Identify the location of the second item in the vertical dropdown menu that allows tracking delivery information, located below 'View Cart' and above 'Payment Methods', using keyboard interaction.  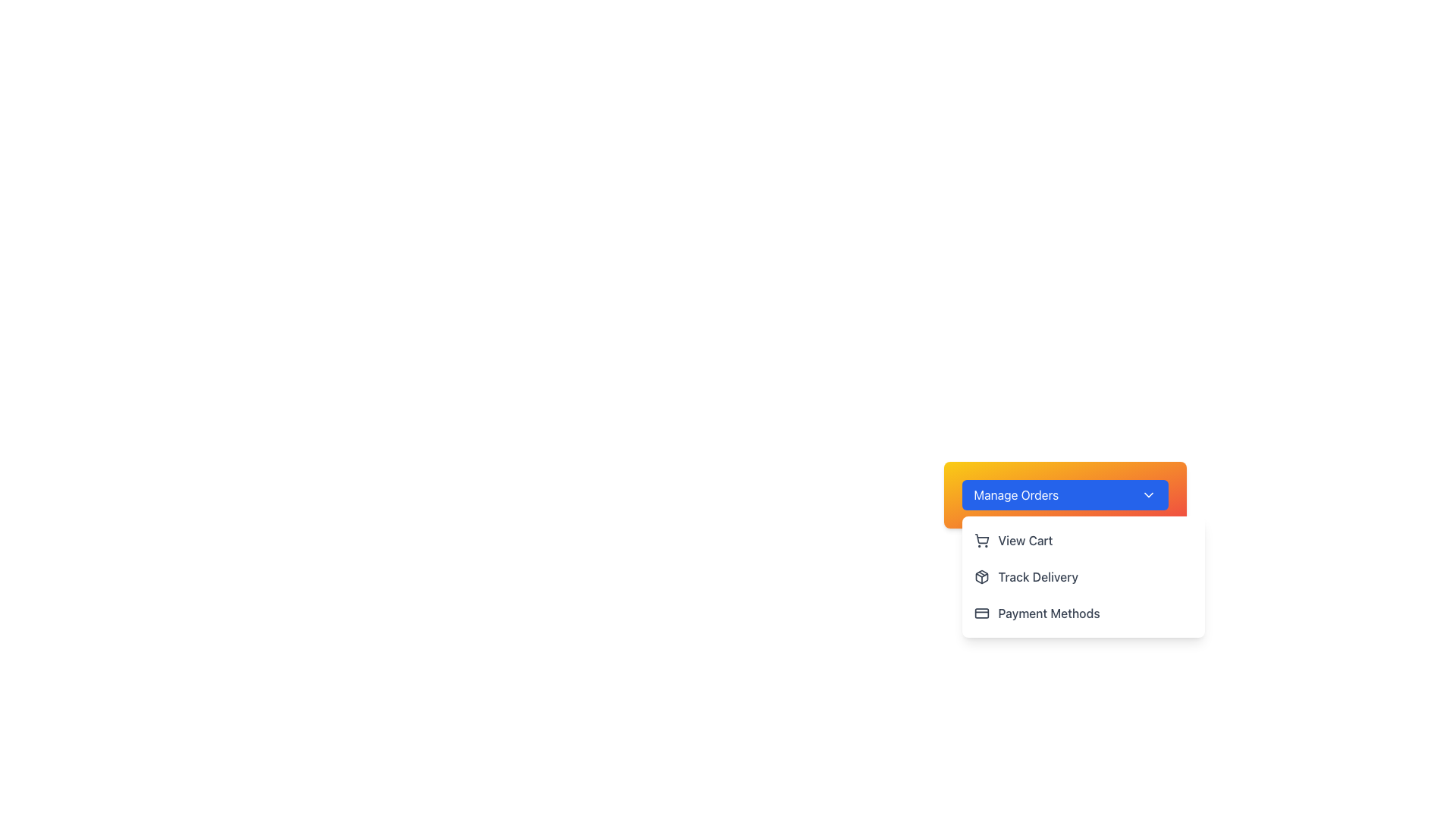
(1082, 576).